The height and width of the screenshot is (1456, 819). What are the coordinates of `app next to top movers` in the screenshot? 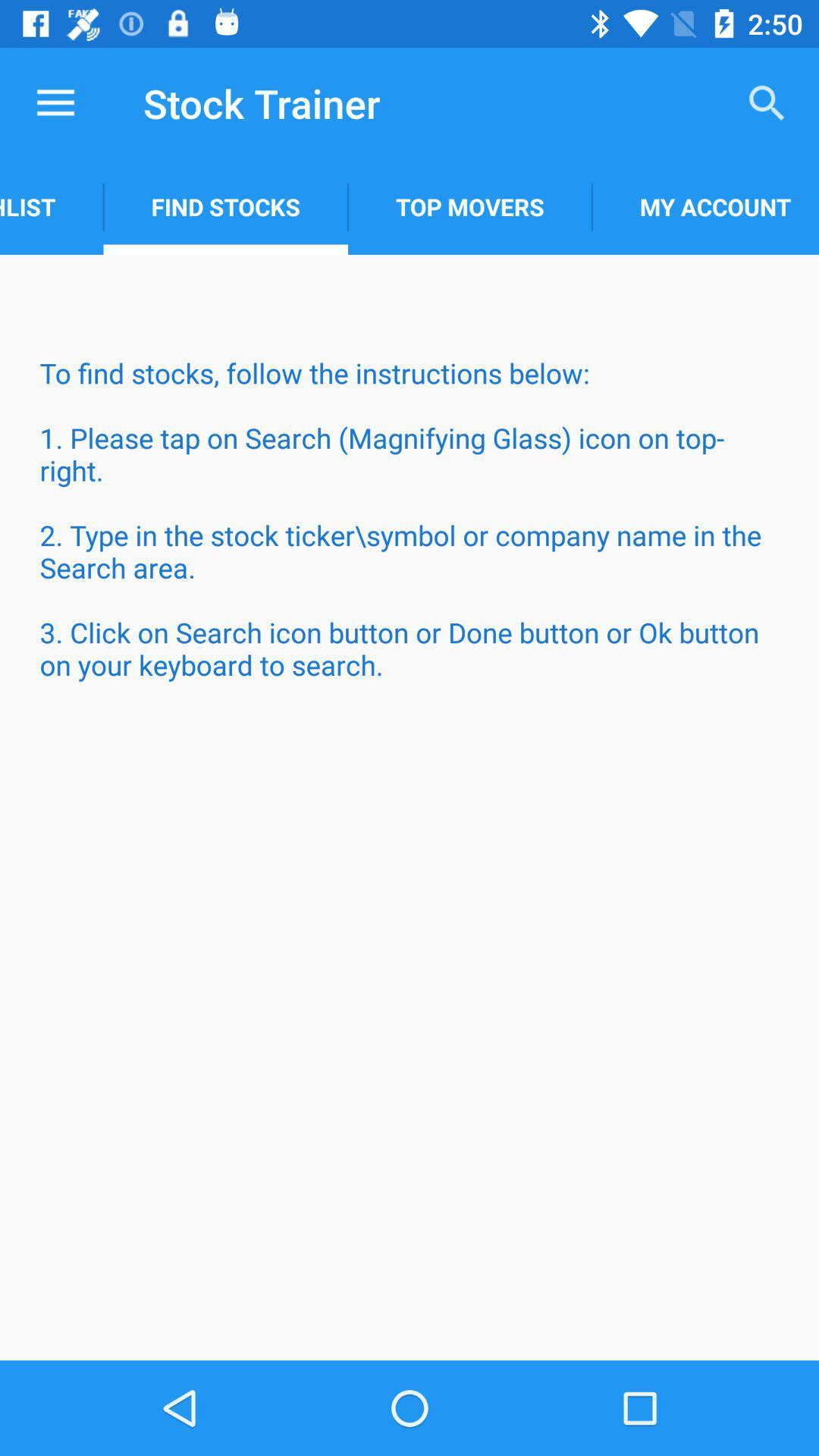 It's located at (705, 206).